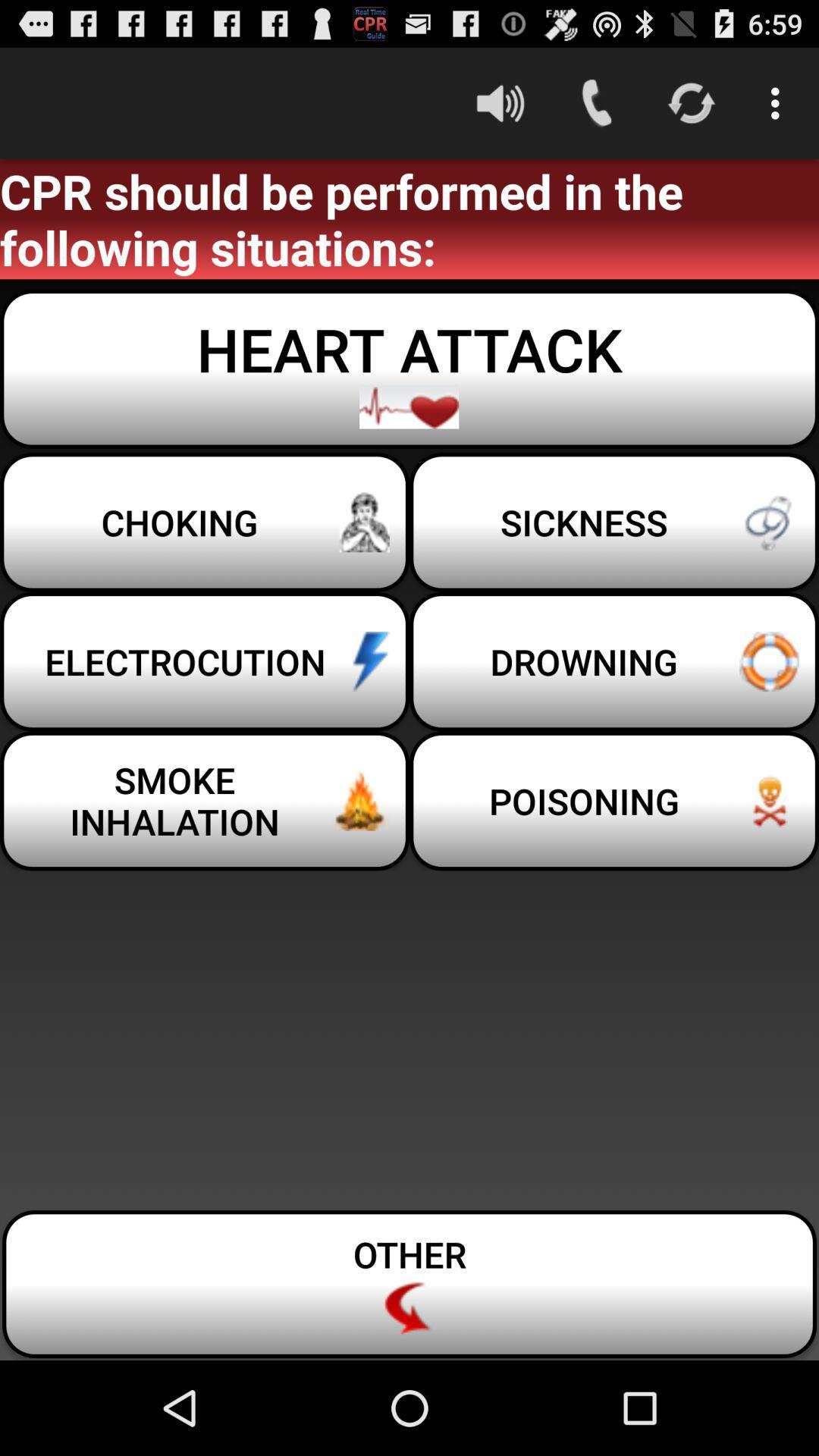 This screenshot has width=819, height=1456. What do you see at coordinates (409, 1283) in the screenshot?
I see `item below smoke inhalation item` at bounding box center [409, 1283].